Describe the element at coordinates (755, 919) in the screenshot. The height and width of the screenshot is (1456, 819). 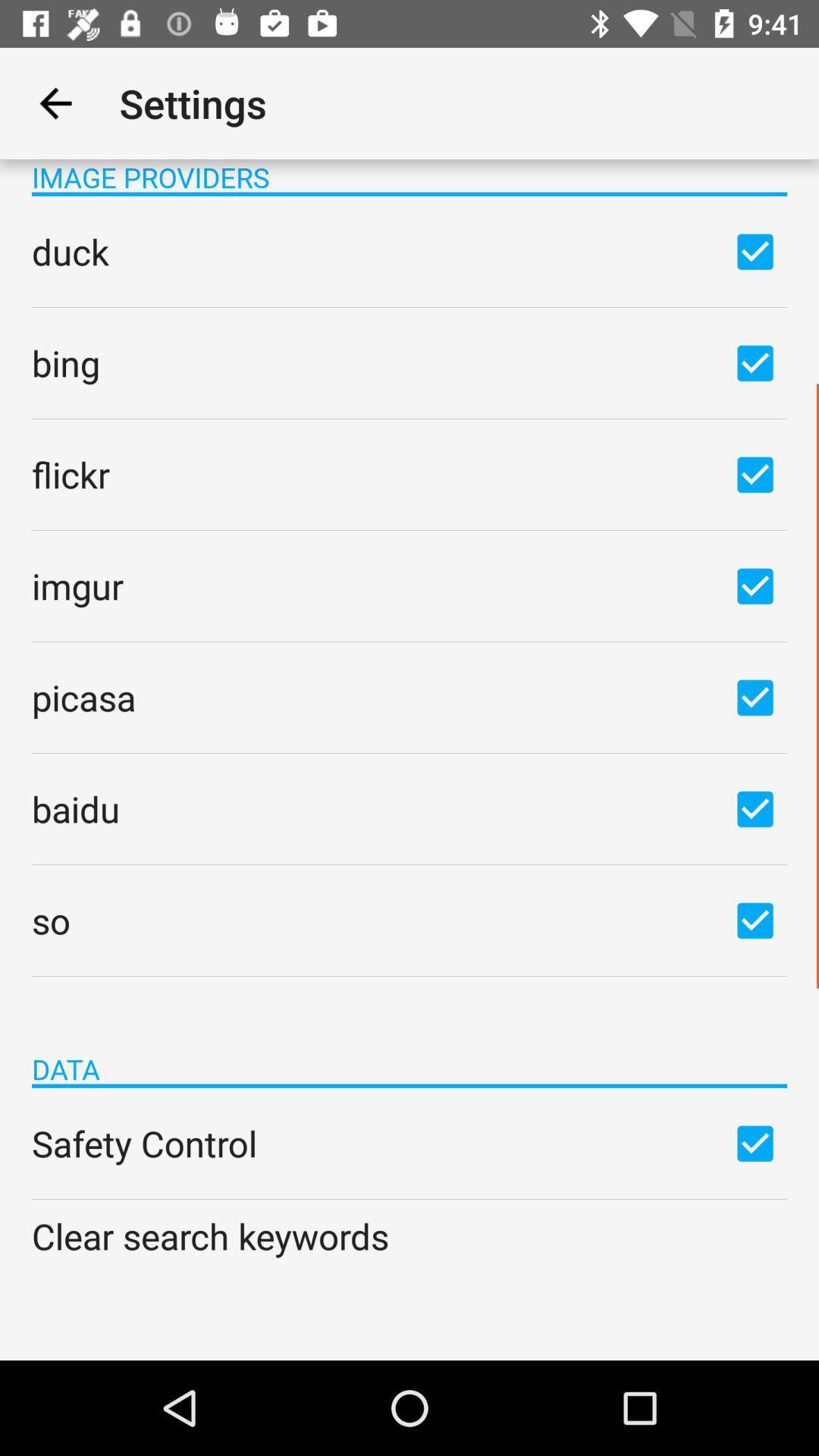
I see `option for so` at that location.